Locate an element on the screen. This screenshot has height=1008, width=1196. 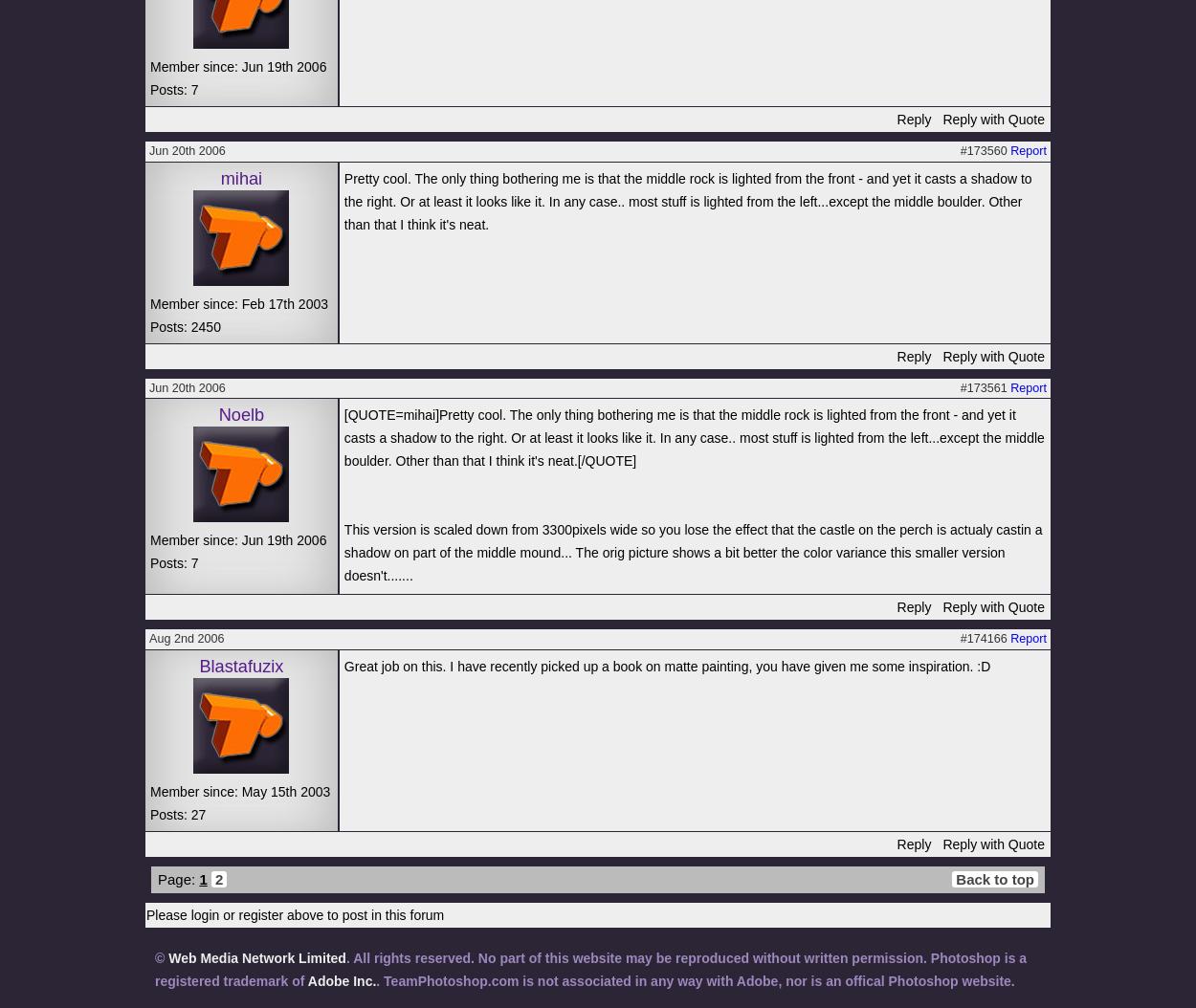
'Blastafuzix' is located at coordinates (198, 664).